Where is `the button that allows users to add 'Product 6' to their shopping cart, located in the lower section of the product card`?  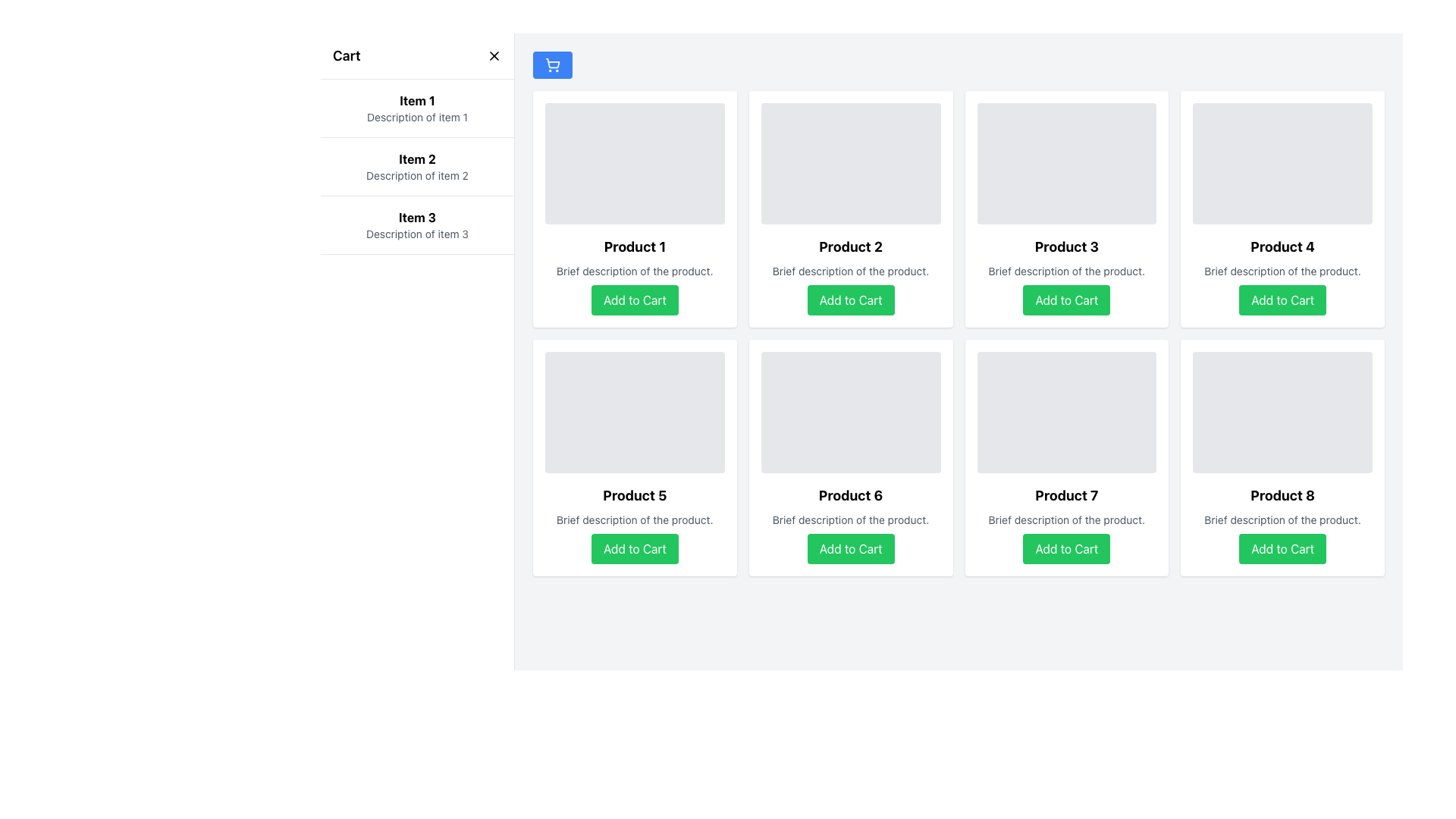
the button that allows users to add 'Product 6' to their shopping cart, located in the lower section of the product card is located at coordinates (851, 549).